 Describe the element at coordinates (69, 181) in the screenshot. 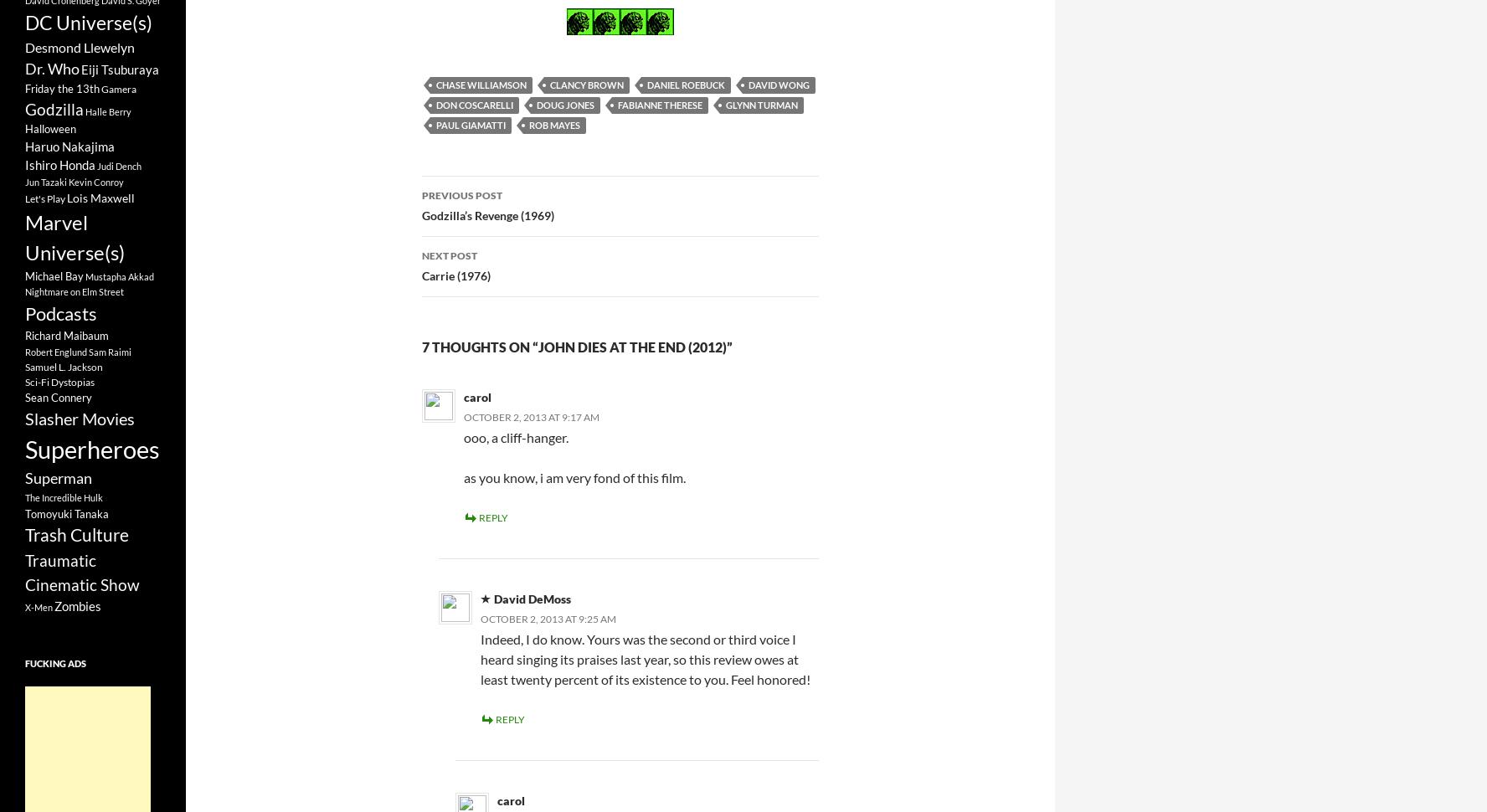

I see `'Kevin Conroy'` at that location.